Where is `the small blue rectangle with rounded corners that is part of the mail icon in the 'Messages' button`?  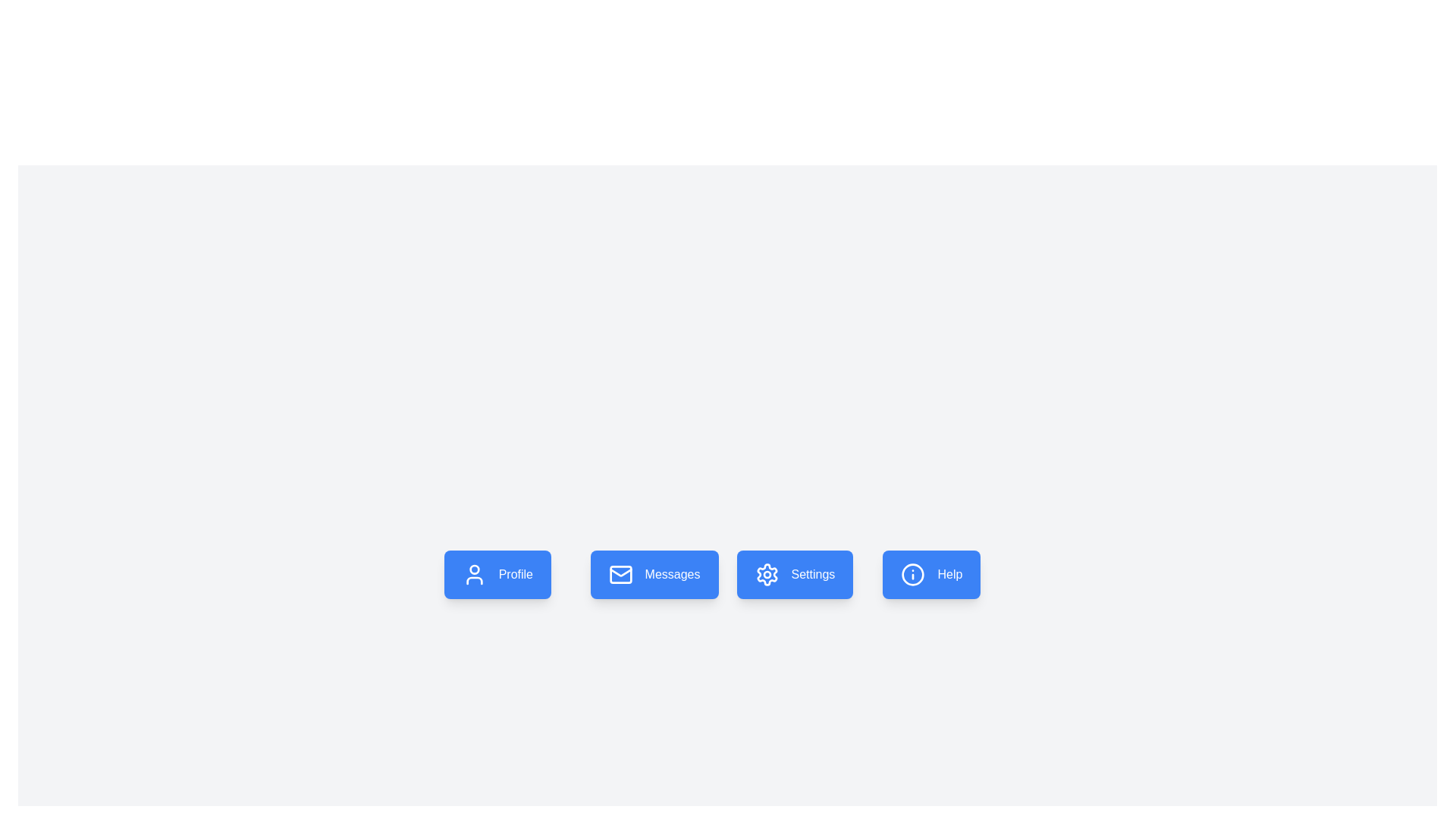 the small blue rectangle with rounded corners that is part of the mail icon in the 'Messages' button is located at coordinates (620, 575).